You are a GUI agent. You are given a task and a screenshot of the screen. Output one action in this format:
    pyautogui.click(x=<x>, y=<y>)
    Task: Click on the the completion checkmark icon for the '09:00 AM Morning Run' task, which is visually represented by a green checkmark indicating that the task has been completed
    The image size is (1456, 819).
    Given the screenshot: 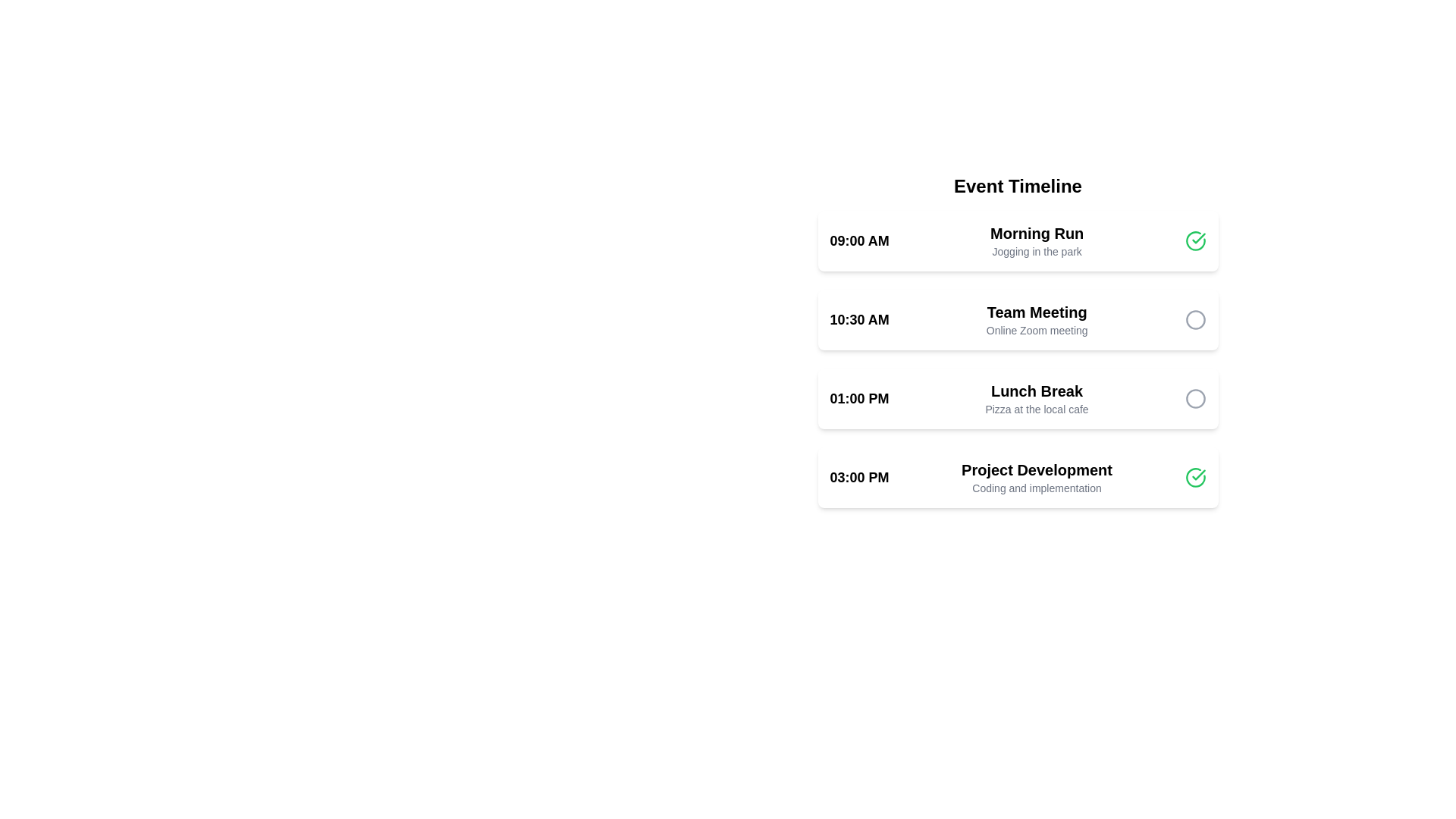 What is the action you would take?
    pyautogui.click(x=1194, y=240)
    